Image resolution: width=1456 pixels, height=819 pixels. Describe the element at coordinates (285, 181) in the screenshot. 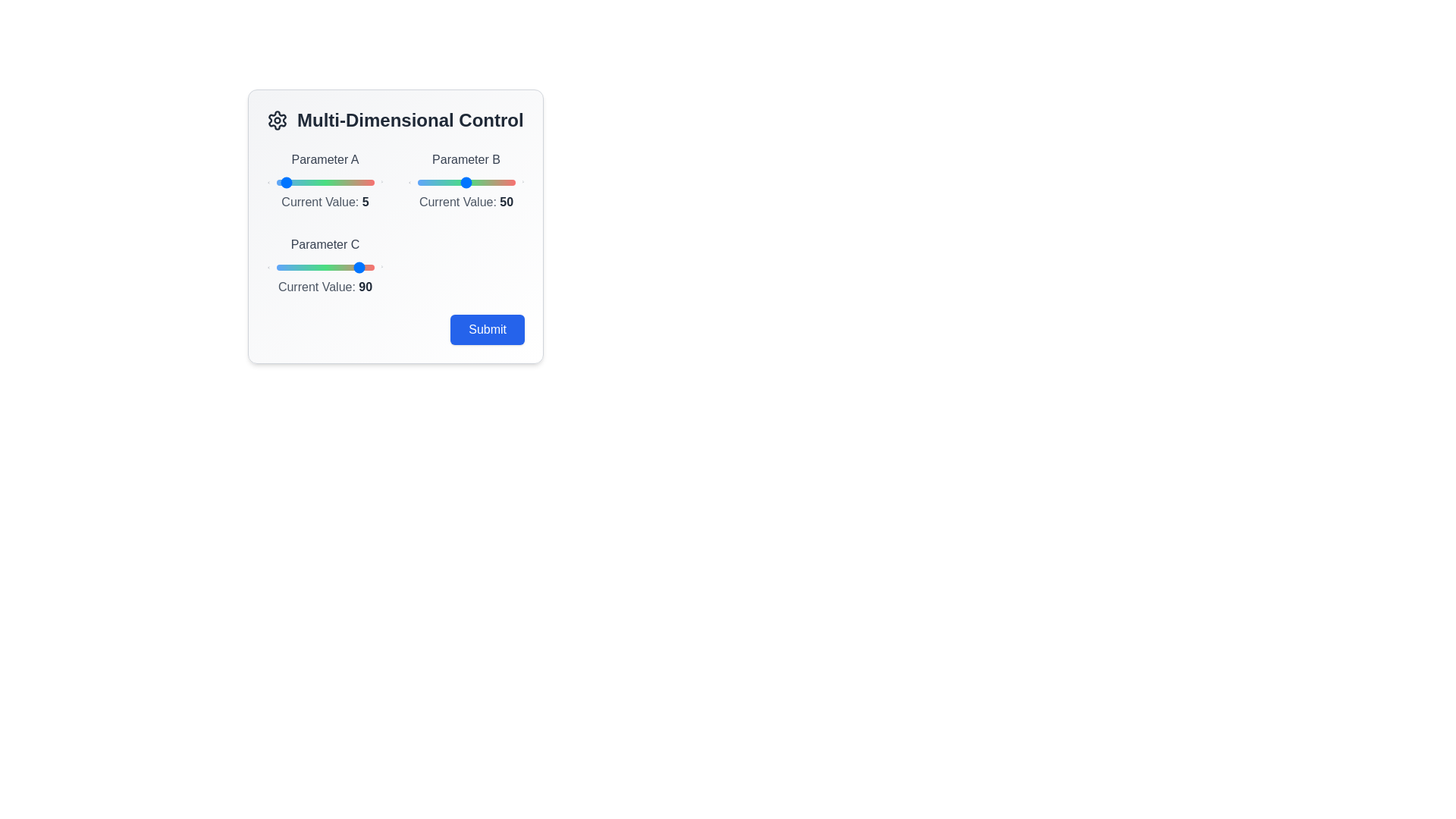

I see `the slider for Parameter A to 9` at that location.